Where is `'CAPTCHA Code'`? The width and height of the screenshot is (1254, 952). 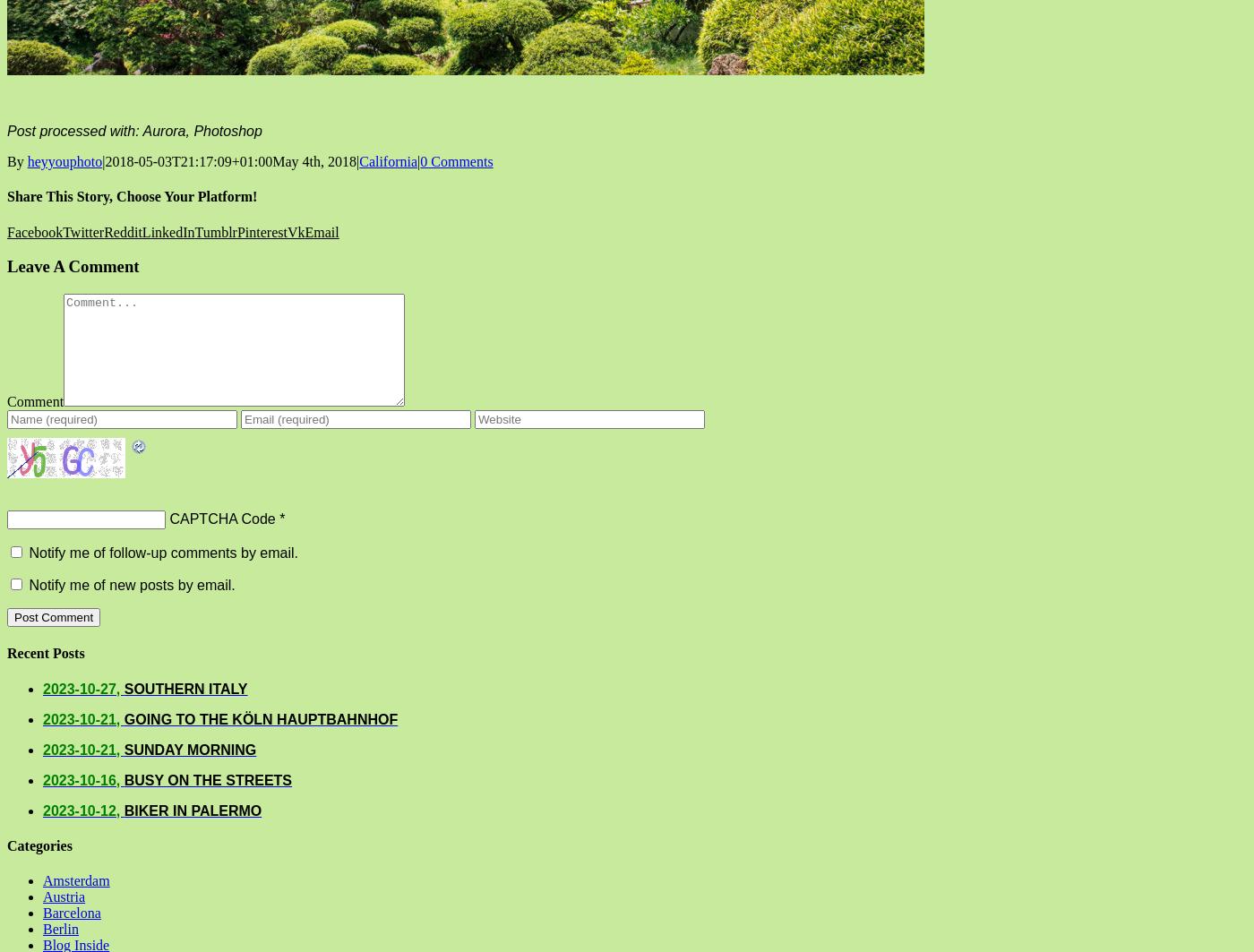
'CAPTCHA Code' is located at coordinates (221, 517).